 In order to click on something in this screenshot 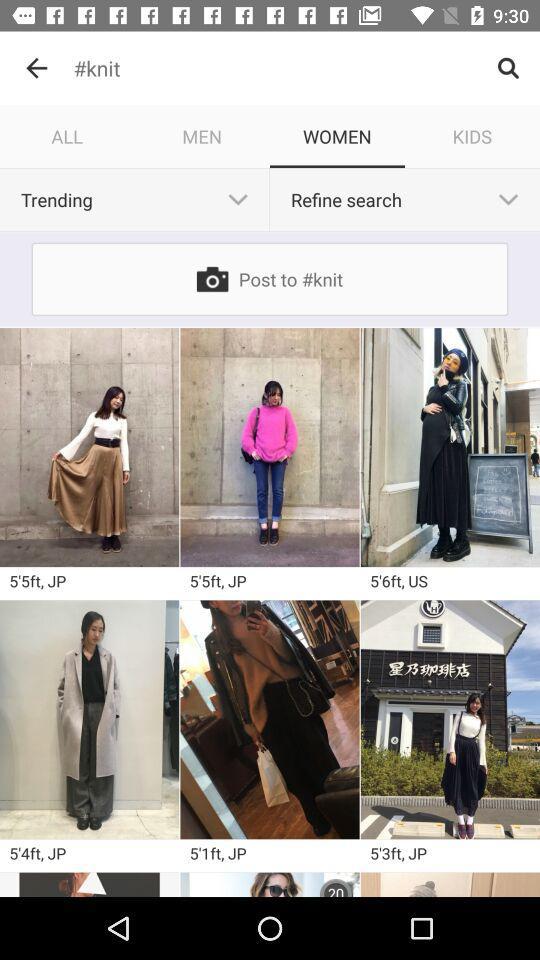, I will do `click(450, 719)`.